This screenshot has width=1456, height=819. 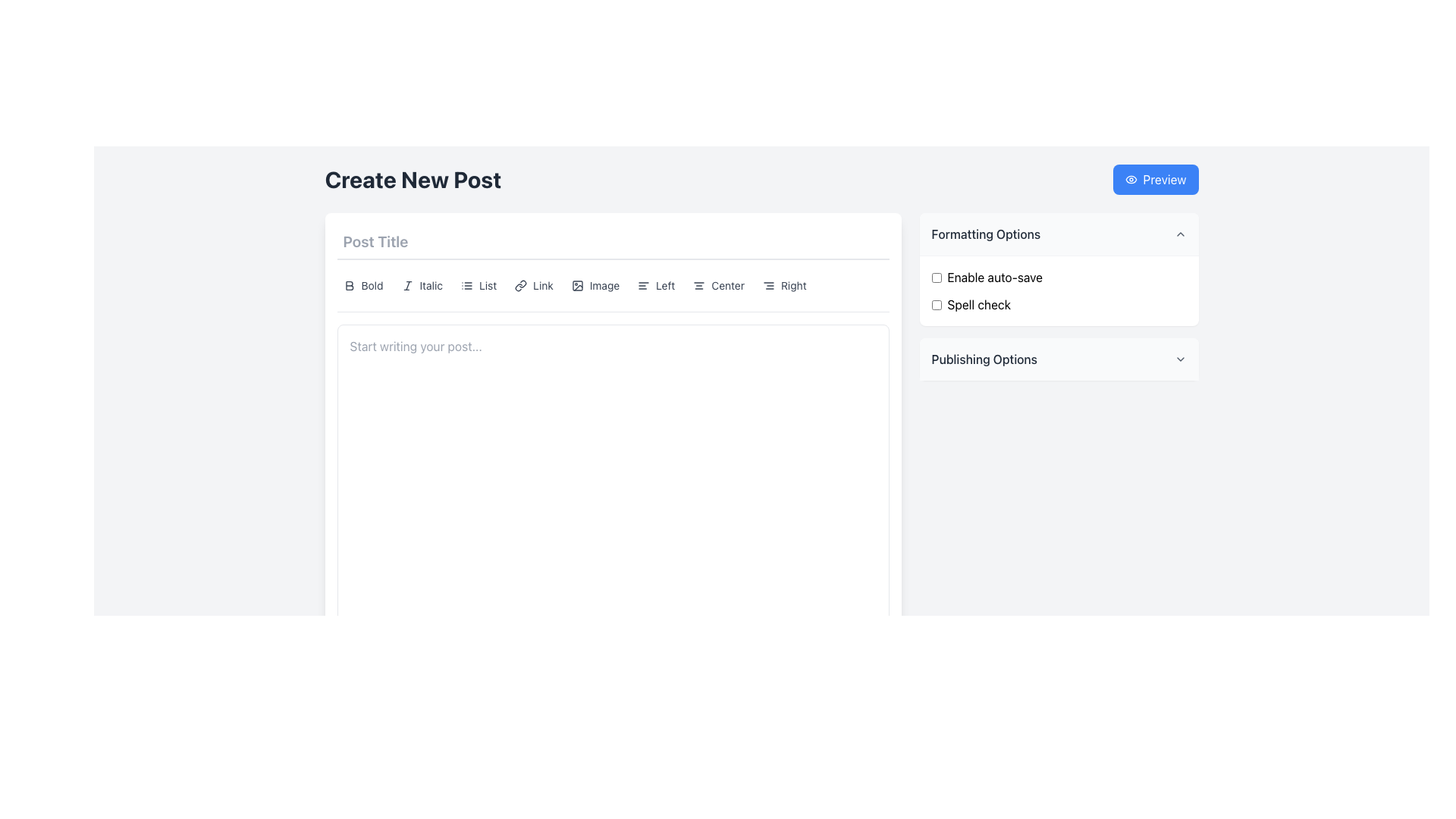 What do you see at coordinates (768, 286) in the screenshot?
I see `the right alignment icon within the toolbar button` at bounding box center [768, 286].